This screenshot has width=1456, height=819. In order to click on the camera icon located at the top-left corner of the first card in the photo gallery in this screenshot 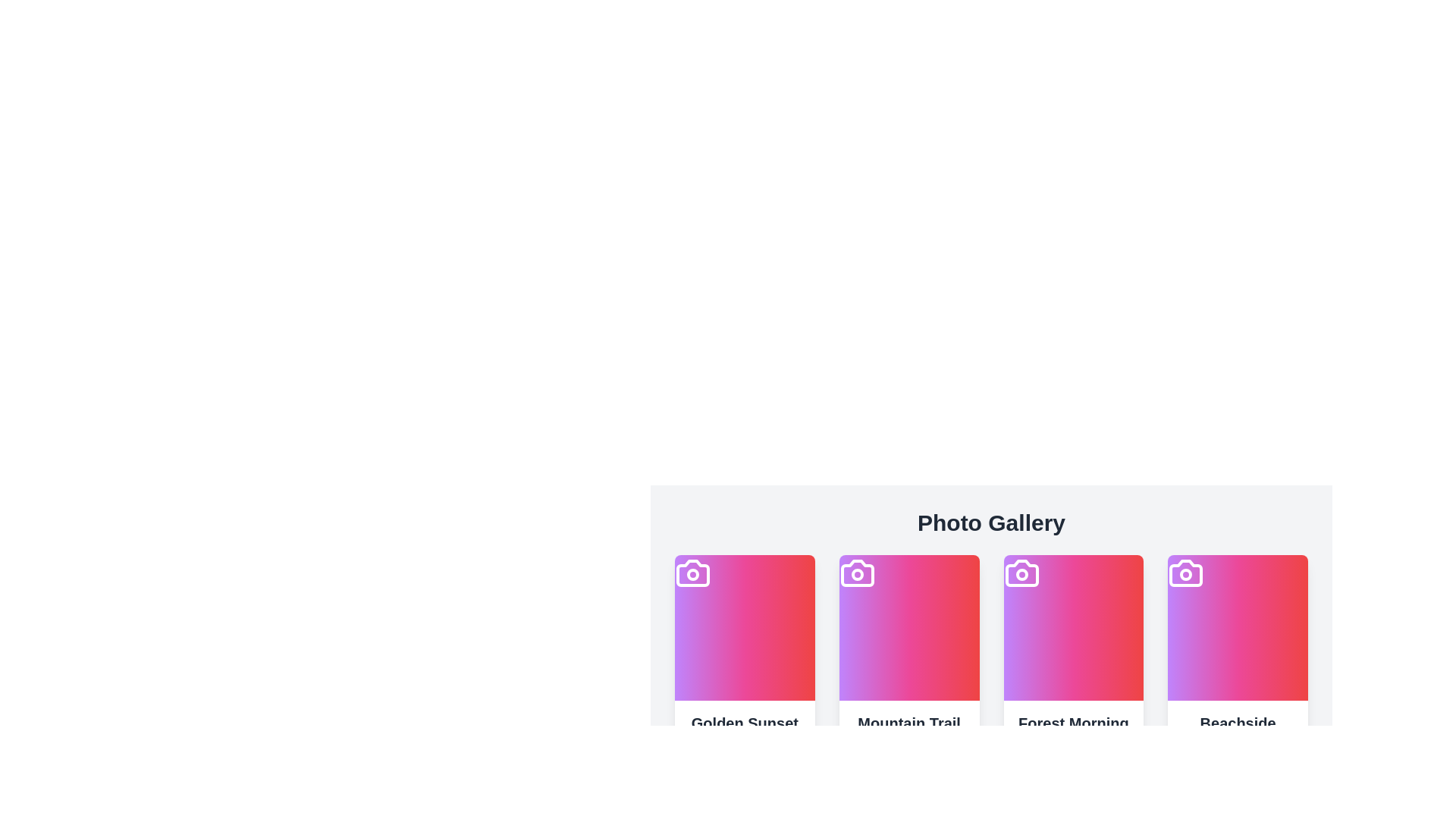, I will do `click(692, 573)`.